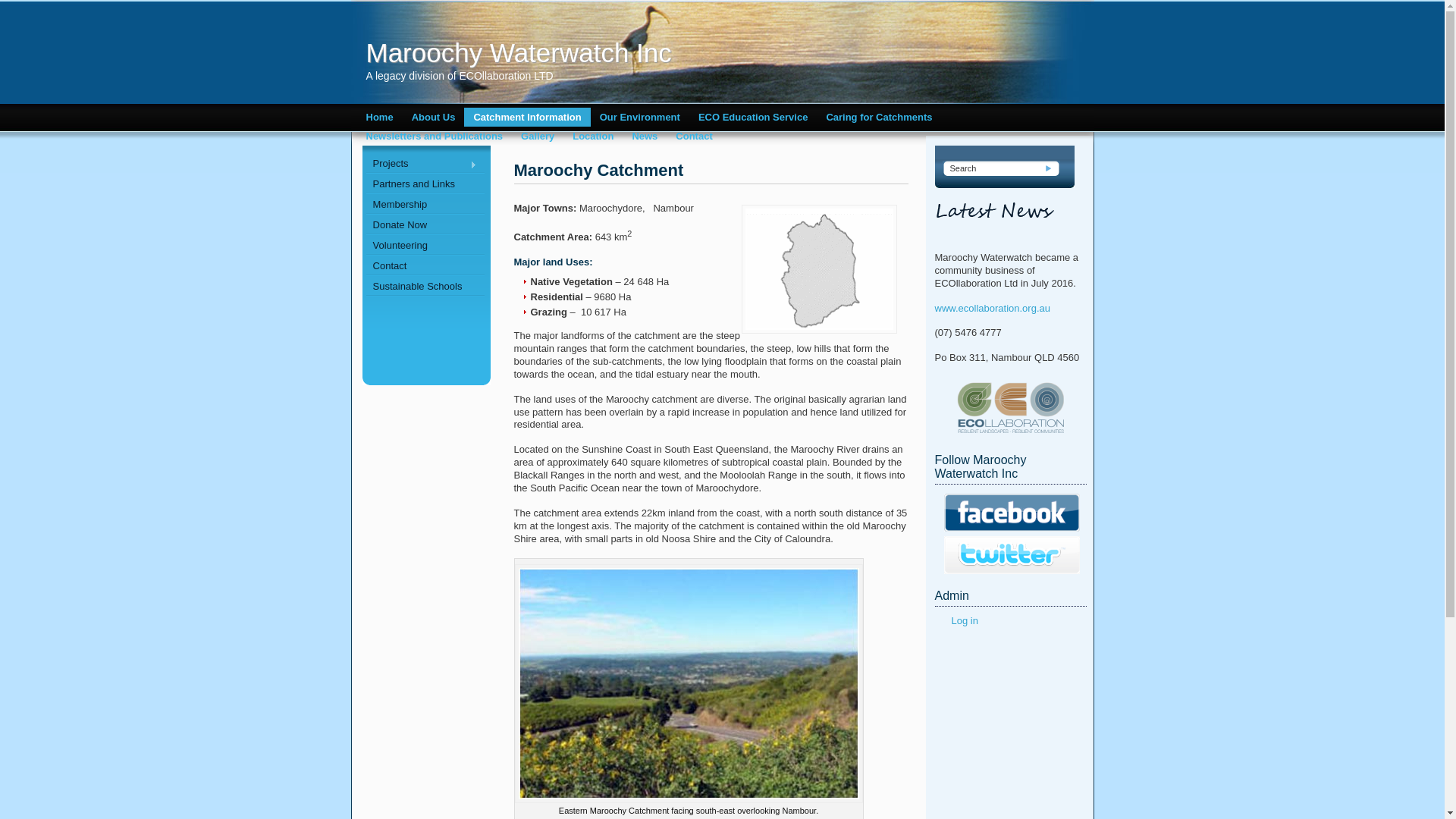 The height and width of the screenshot is (819, 1456). I want to click on 'catchment map', so click(818, 268).